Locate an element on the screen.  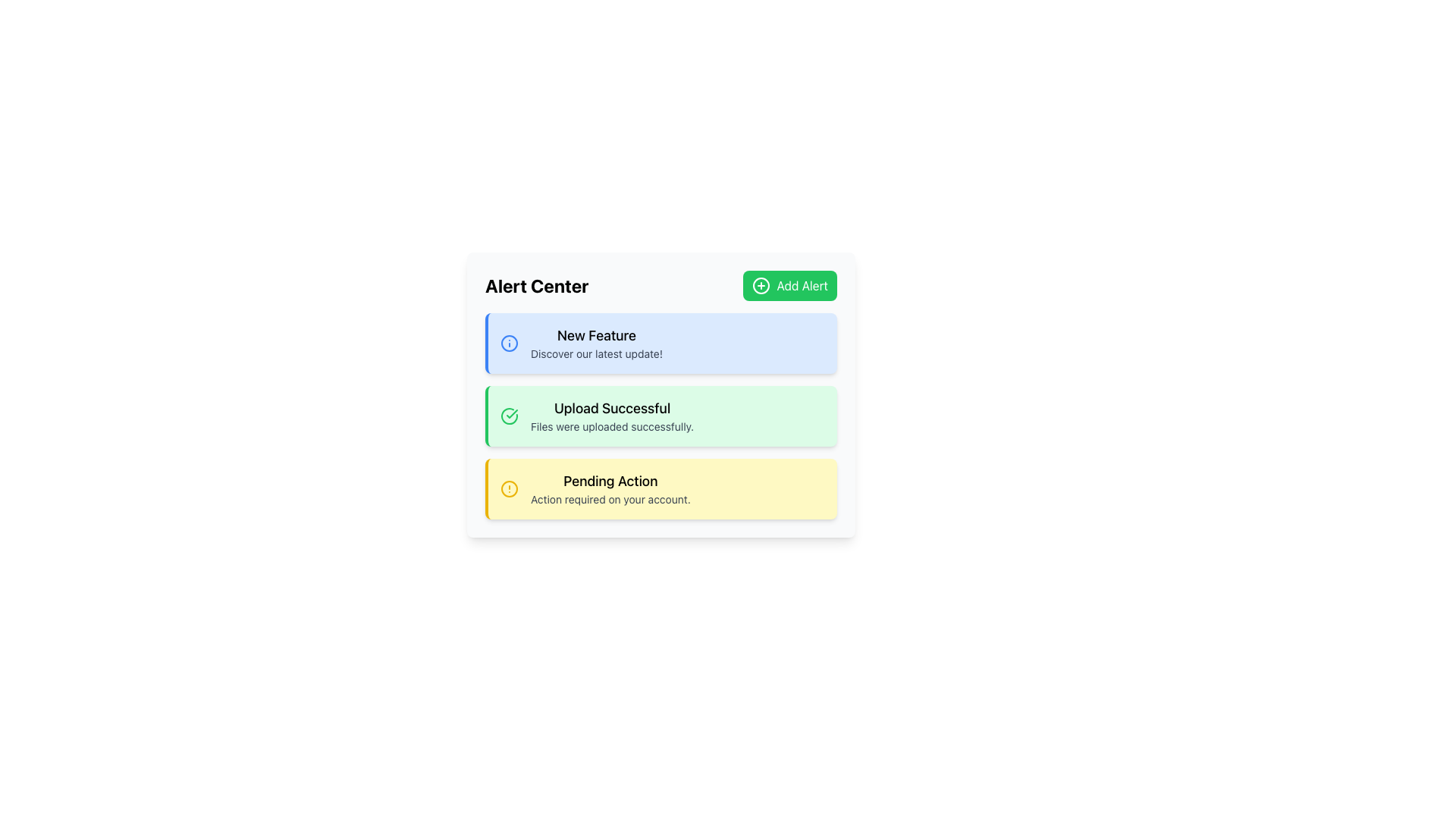
the alert box containing the message 'Upload Successful' which is visually emphasized with a green background and rounded corners is located at coordinates (612, 416).